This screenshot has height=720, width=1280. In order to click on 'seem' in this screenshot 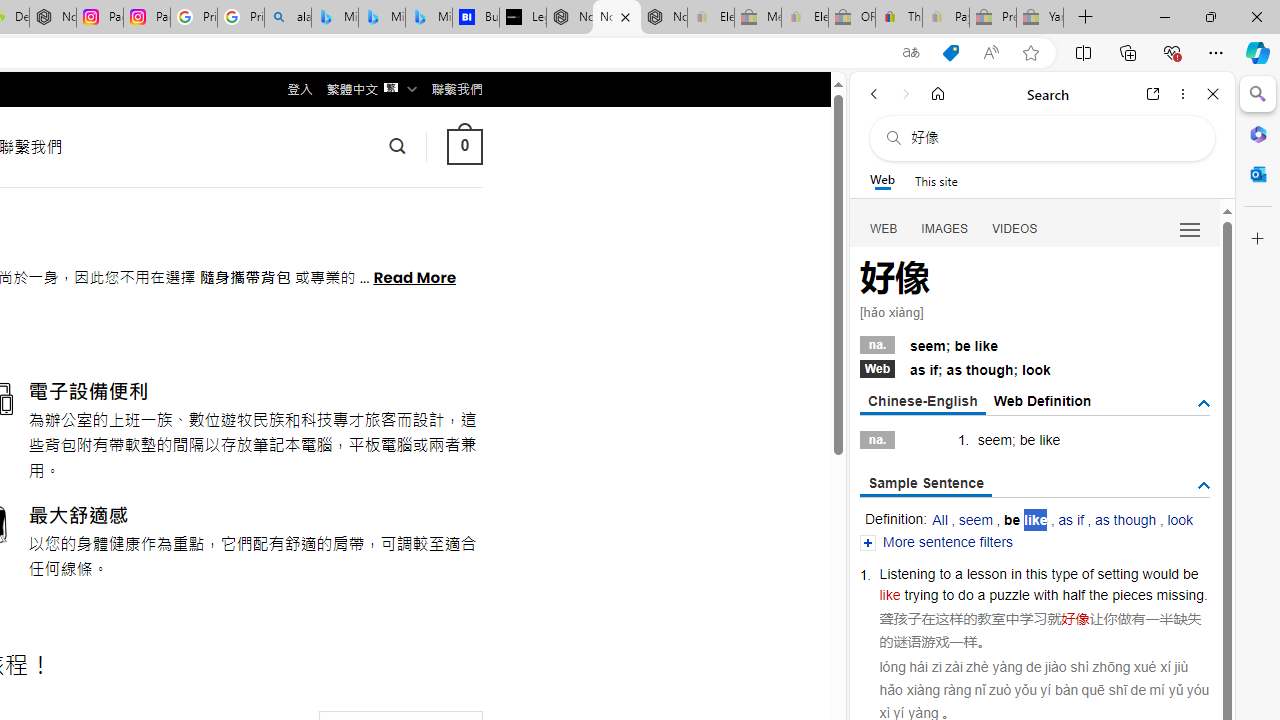, I will do `click(975, 519)`.